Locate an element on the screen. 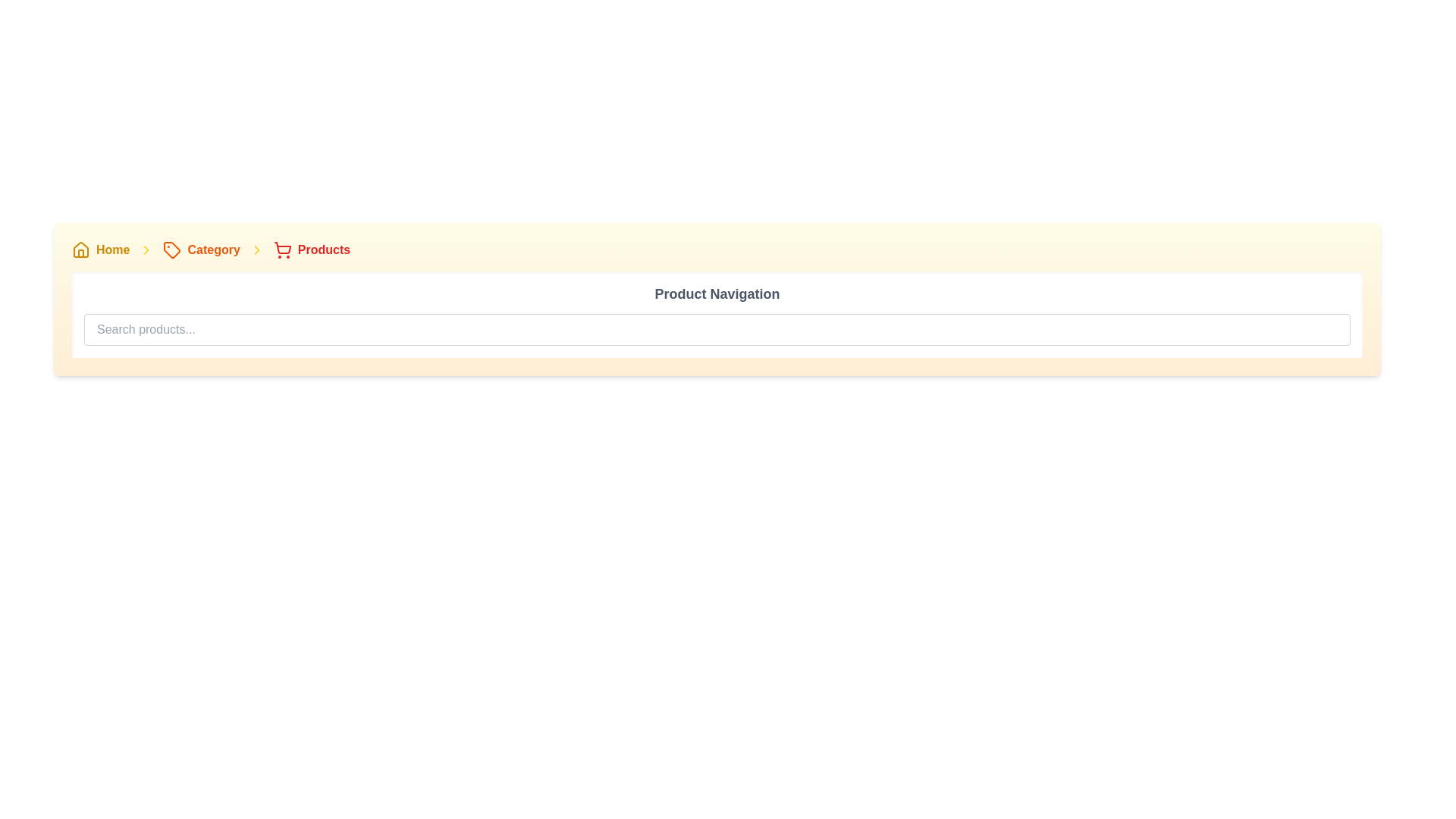 The width and height of the screenshot is (1456, 819). the chevron icon in the breadcrumb navigation bar, which separates 'Home' and 'Category' is located at coordinates (146, 249).